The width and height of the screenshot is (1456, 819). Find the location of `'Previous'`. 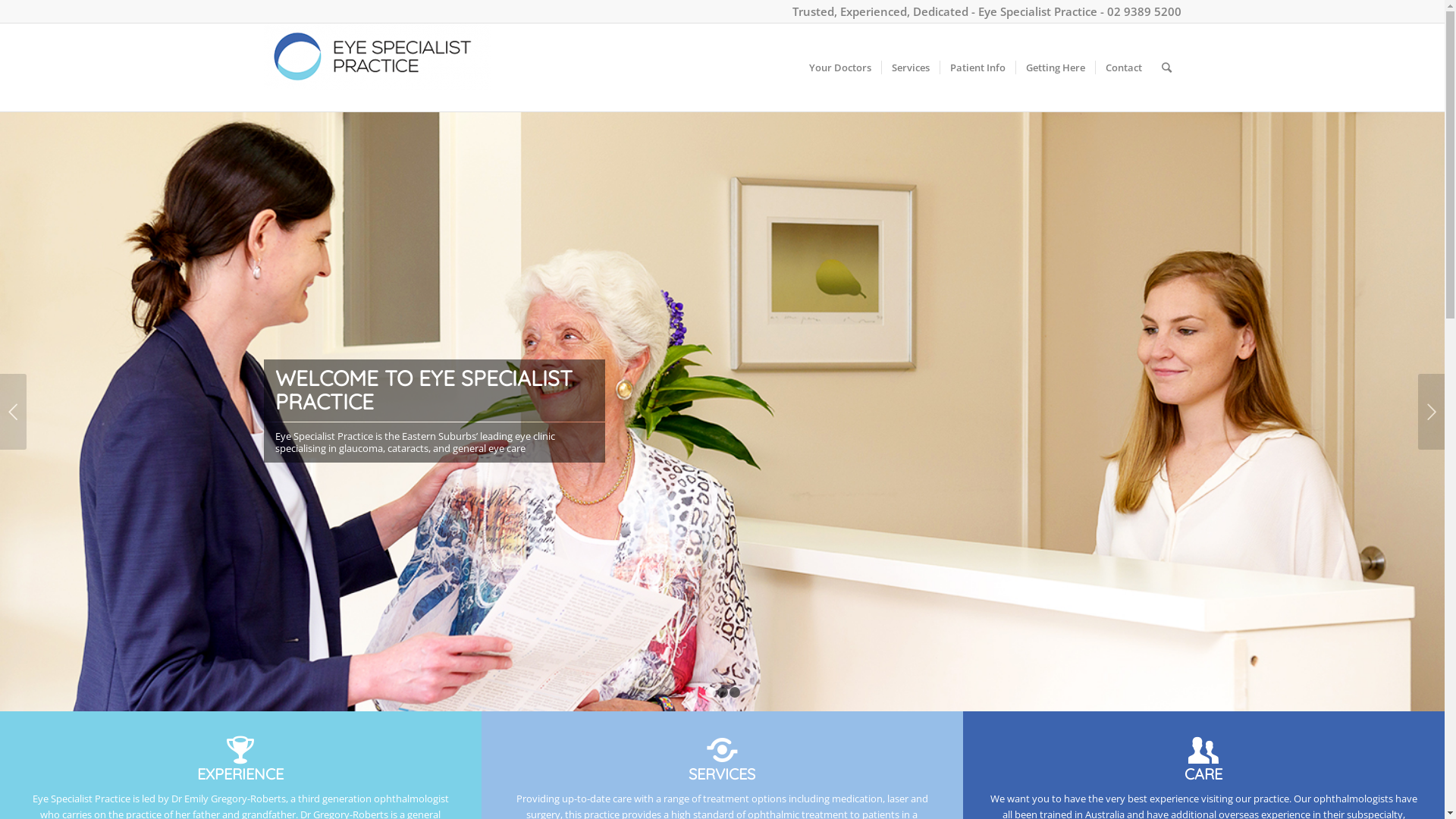

'Previous' is located at coordinates (13, 412).